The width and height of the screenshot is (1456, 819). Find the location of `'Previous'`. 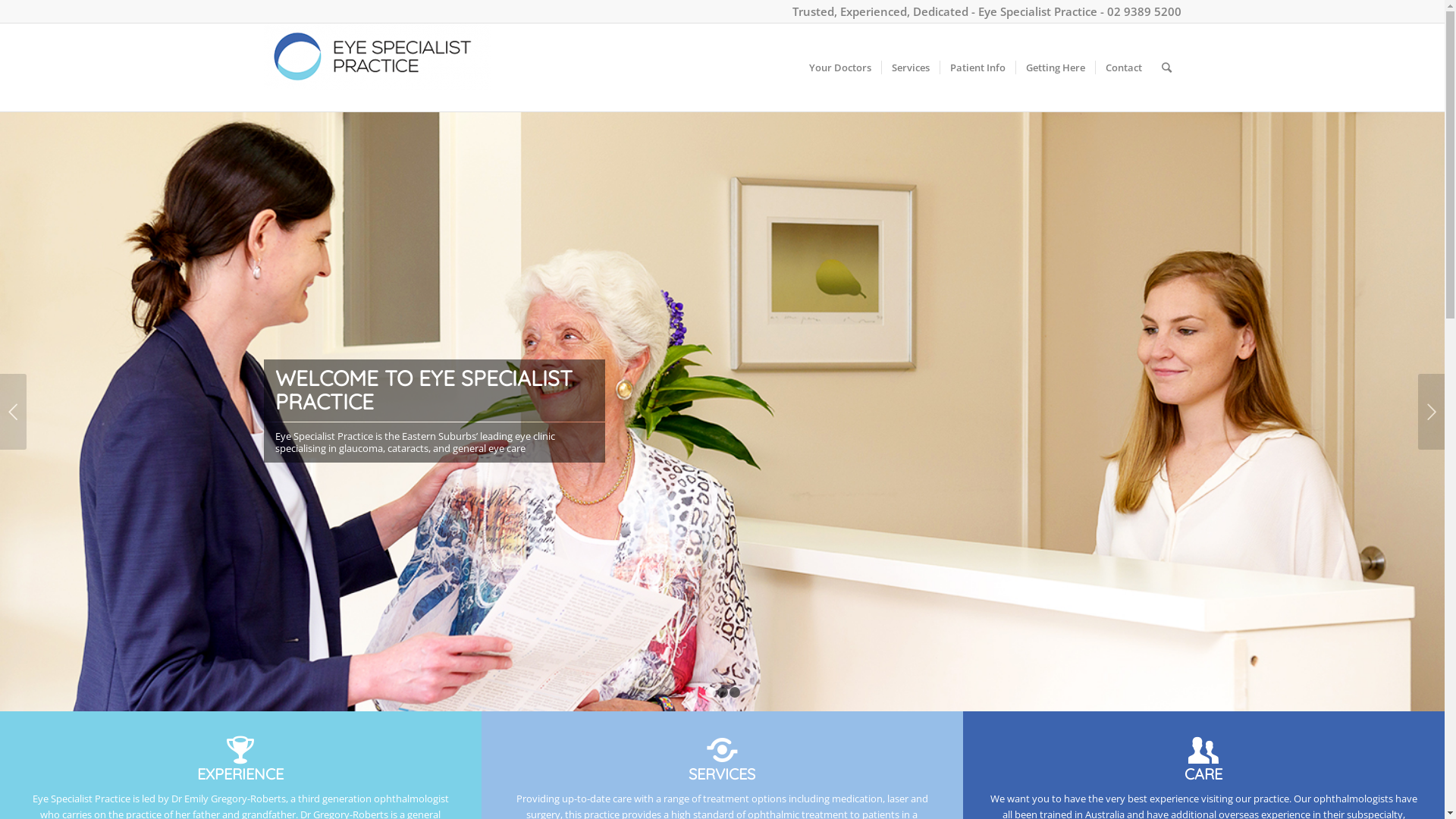

'Previous' is located at coordinates (13, 412).